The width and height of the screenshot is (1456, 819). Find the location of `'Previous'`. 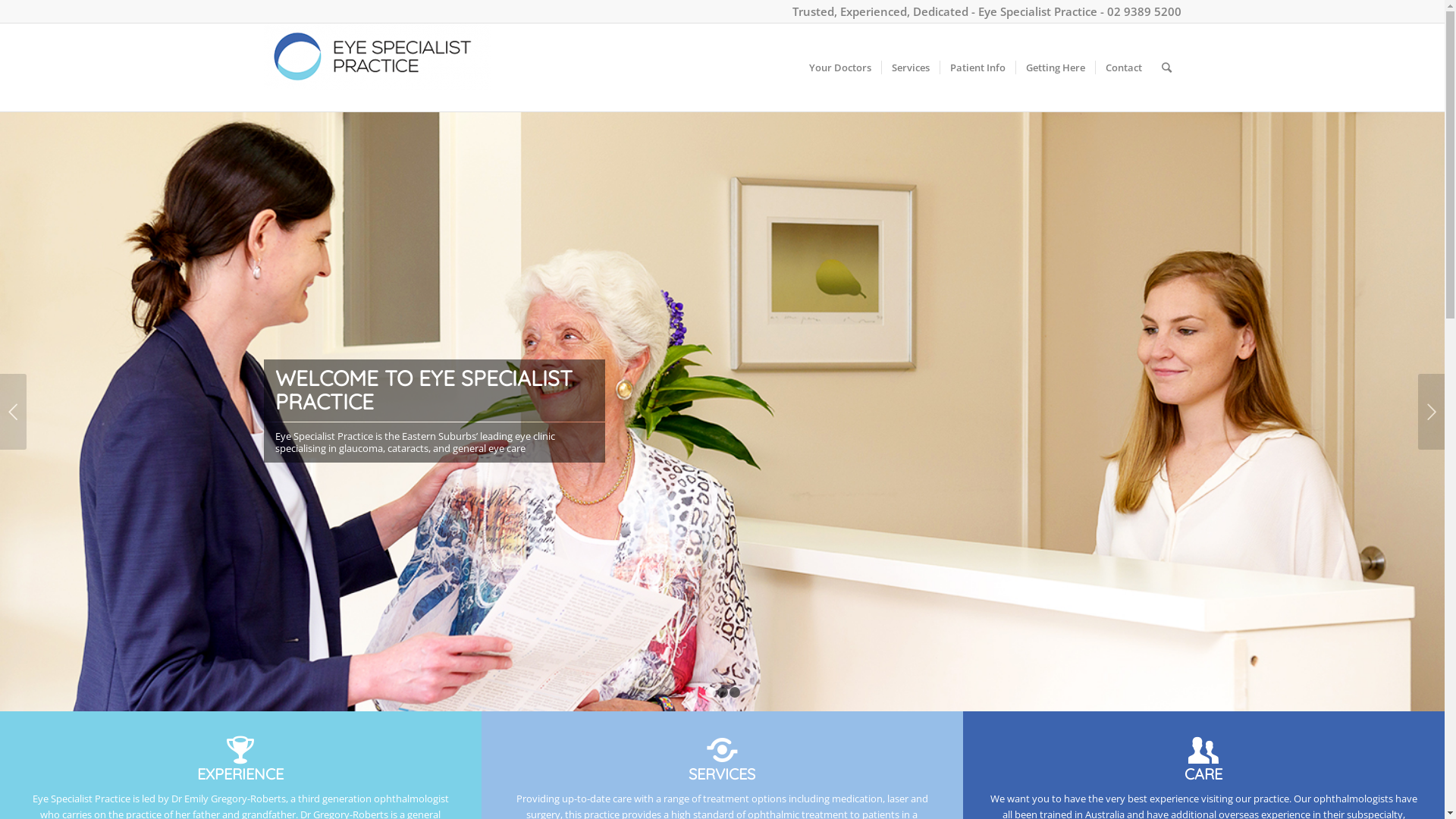

'Previous' is located at coordinates (13, 412).